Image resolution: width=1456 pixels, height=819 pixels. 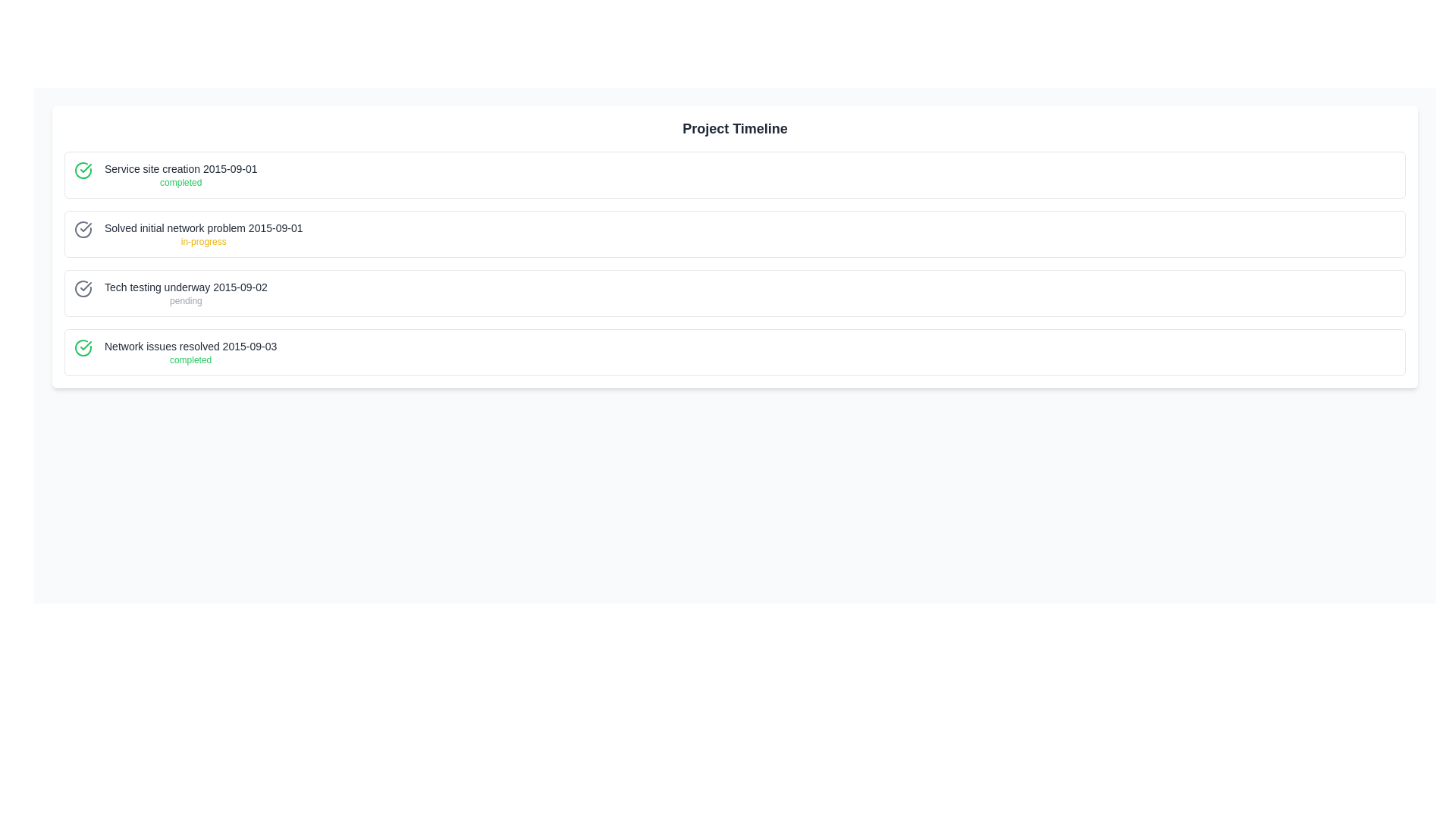 What do you see at coordinates (180, 174) in the screenshot?
I see `the text displayed in the first List Item with Text and Status Indicator for the task 'Service site creation', located in the upper left quadrant beneath the 'Project Timeline' header` at bounding box center [180, 174].